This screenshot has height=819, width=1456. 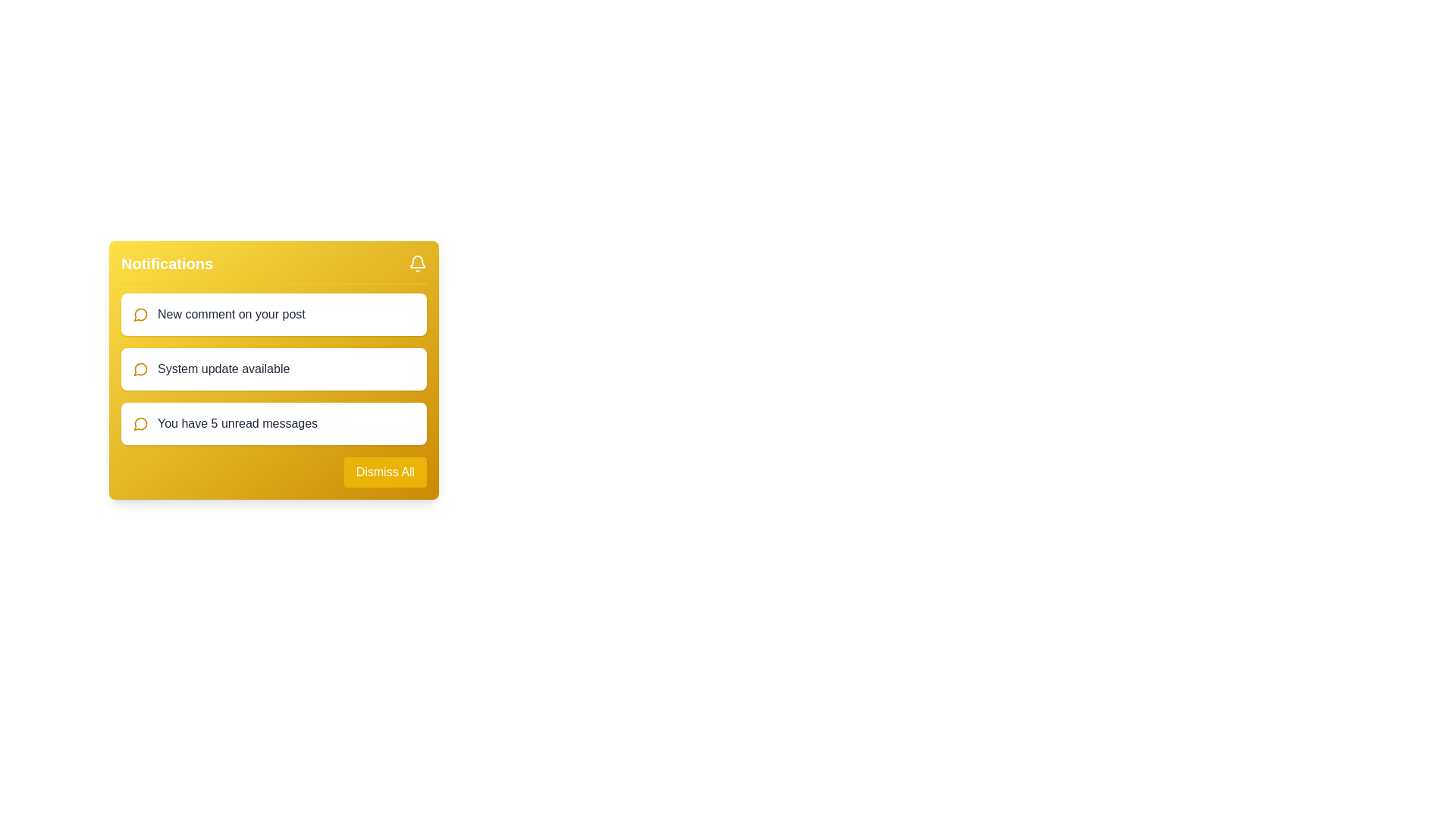 What do you see at coordinates (141, 369) in the screenshot?
I see `the small circular yellow speech bubble icon located to the left of the 'System update available' notification box` at bounding box center [141, 369].